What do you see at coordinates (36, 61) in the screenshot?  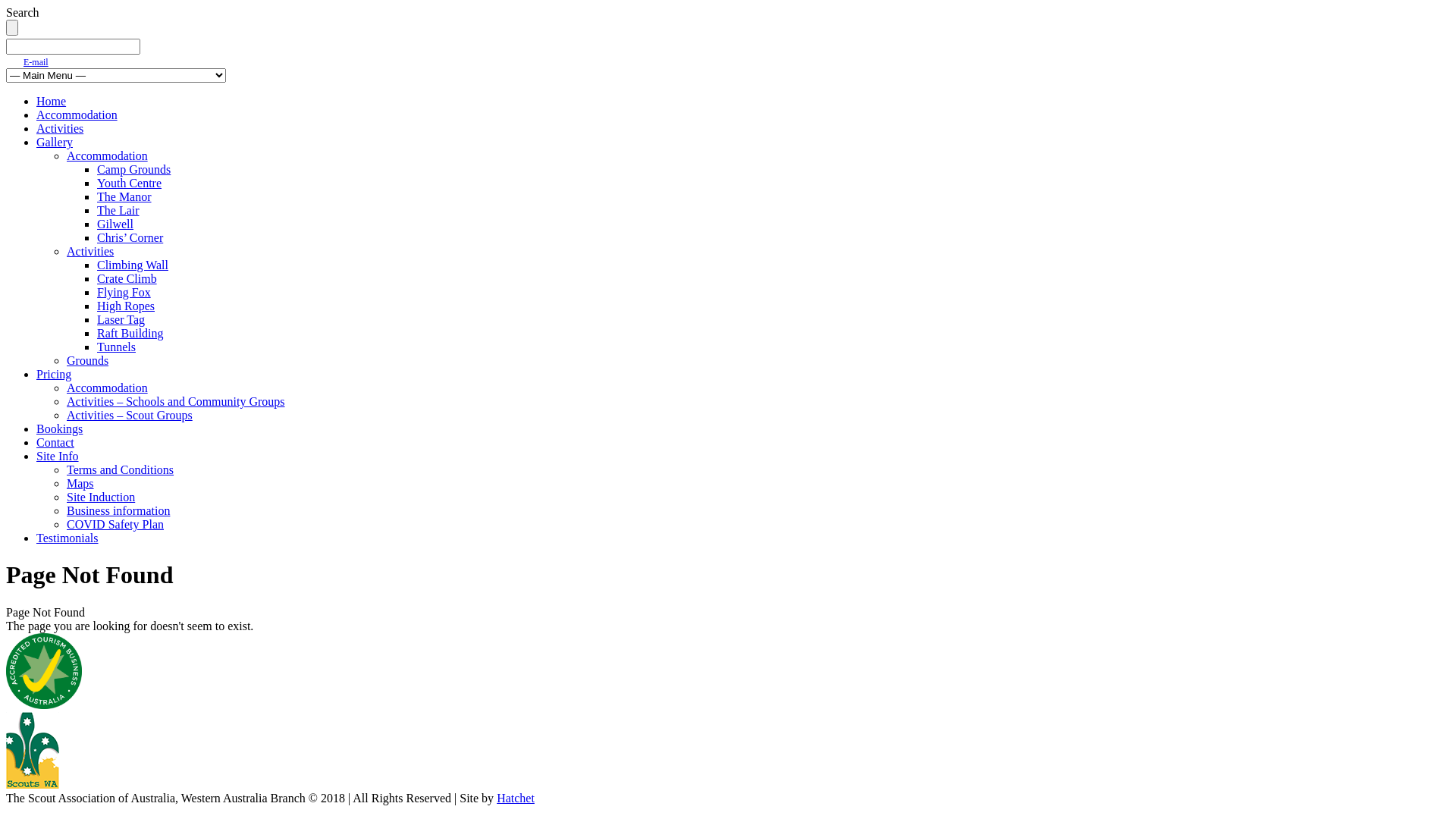 I see `'E-mail'` at bounding box center [36, 61].